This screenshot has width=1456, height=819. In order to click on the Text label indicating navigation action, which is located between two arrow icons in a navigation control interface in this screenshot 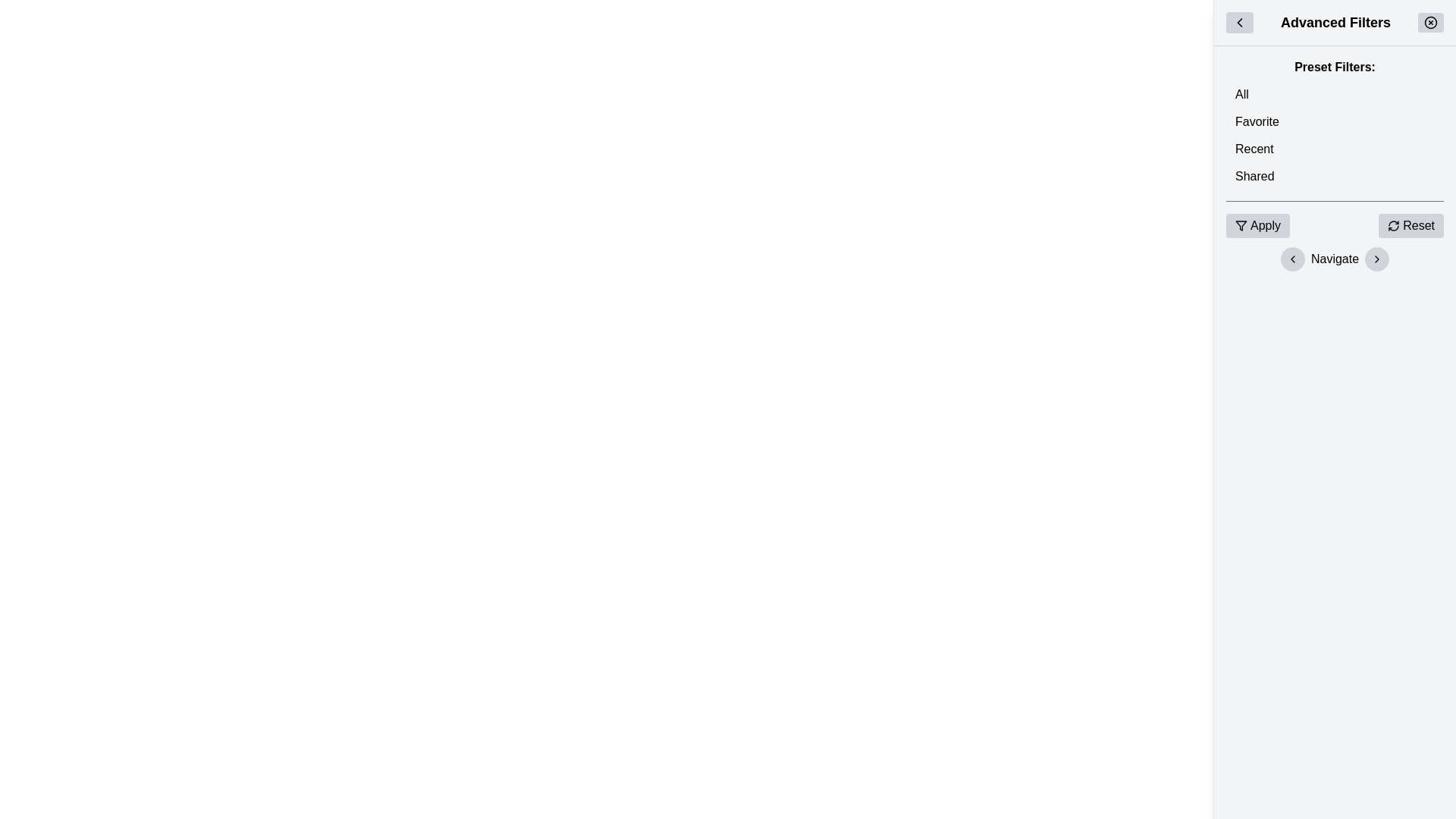, I will do `click(1335, 259)`.